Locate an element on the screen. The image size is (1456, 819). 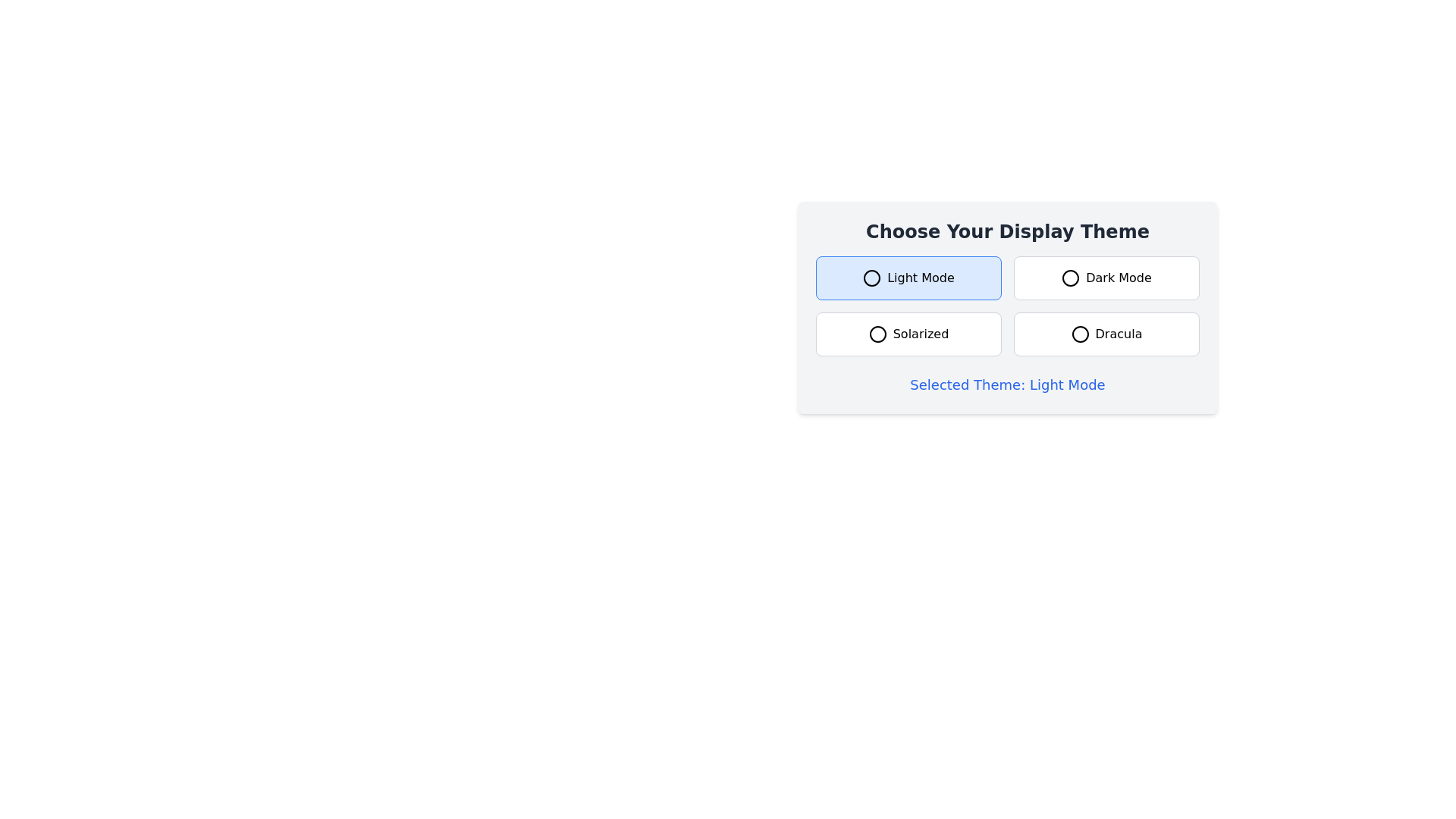
the visual indicator that shows the 'Light Mode' theme is currently selected is located at coordinates (872, 278).